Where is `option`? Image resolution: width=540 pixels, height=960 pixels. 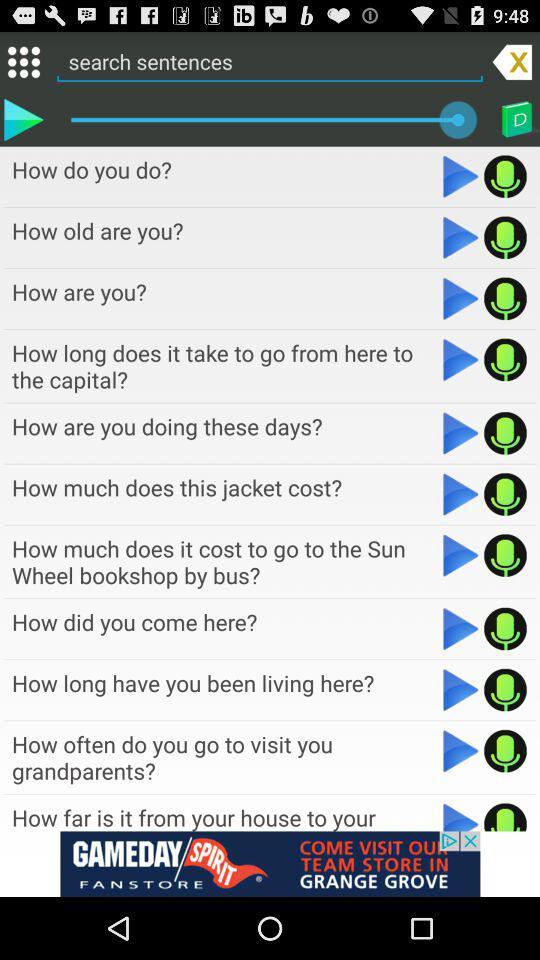
option is located at coordinates (504, 690).